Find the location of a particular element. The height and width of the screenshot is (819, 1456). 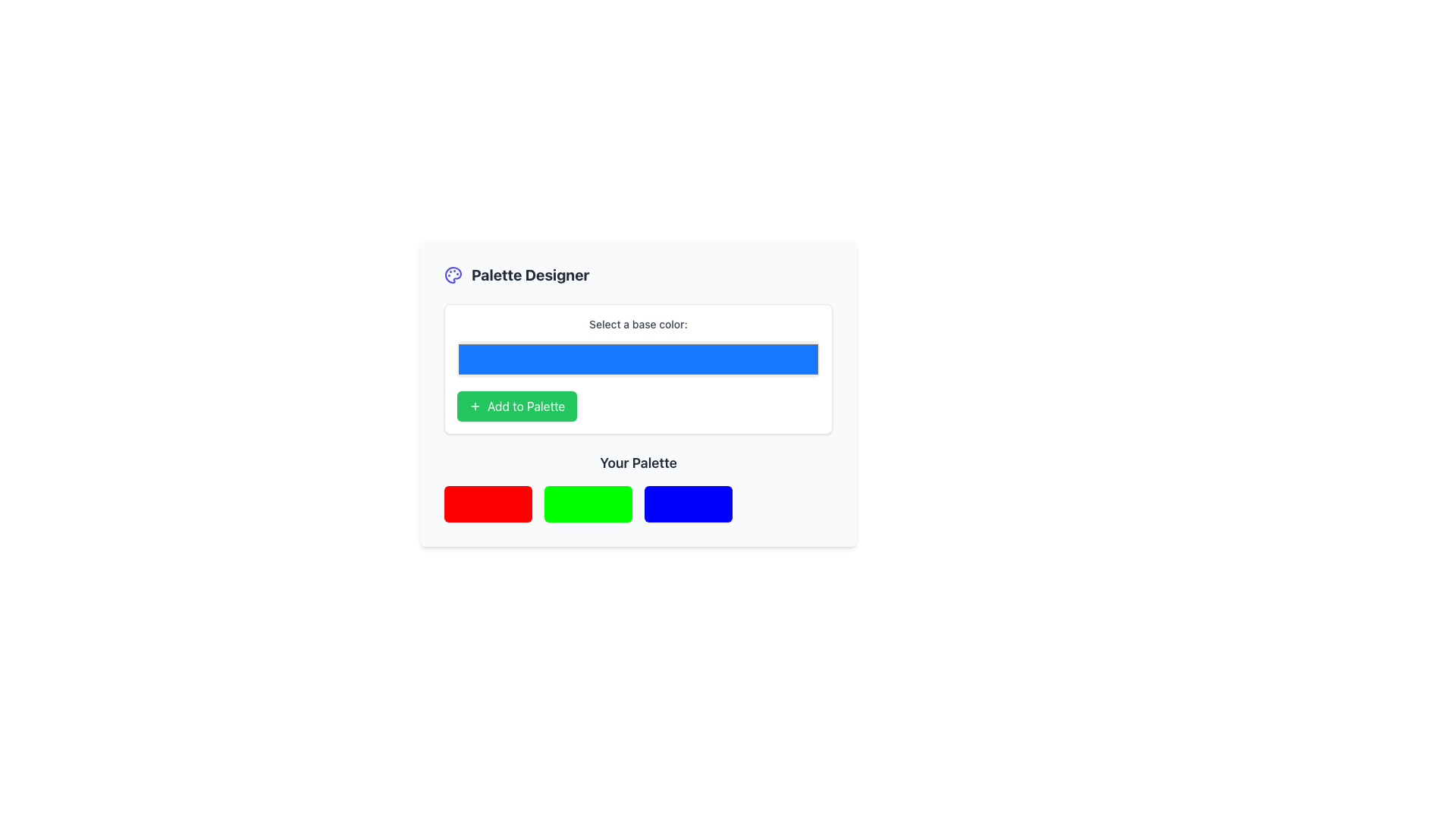

the text label displaying 'Your Palette', which is styled with a large bold font in dark gray, located below the 'Add to Palette' button and above a row of color blocks is located at coordinates (638, 462).